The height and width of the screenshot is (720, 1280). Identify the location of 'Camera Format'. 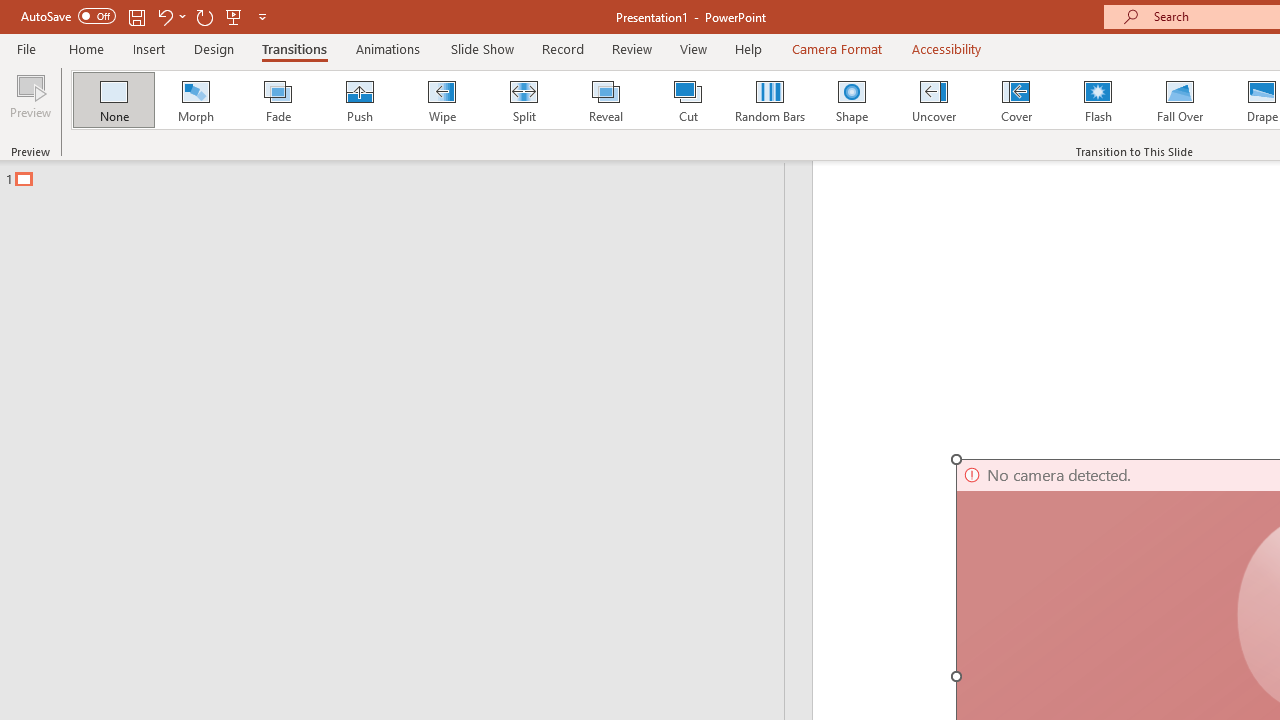
(837, 48).